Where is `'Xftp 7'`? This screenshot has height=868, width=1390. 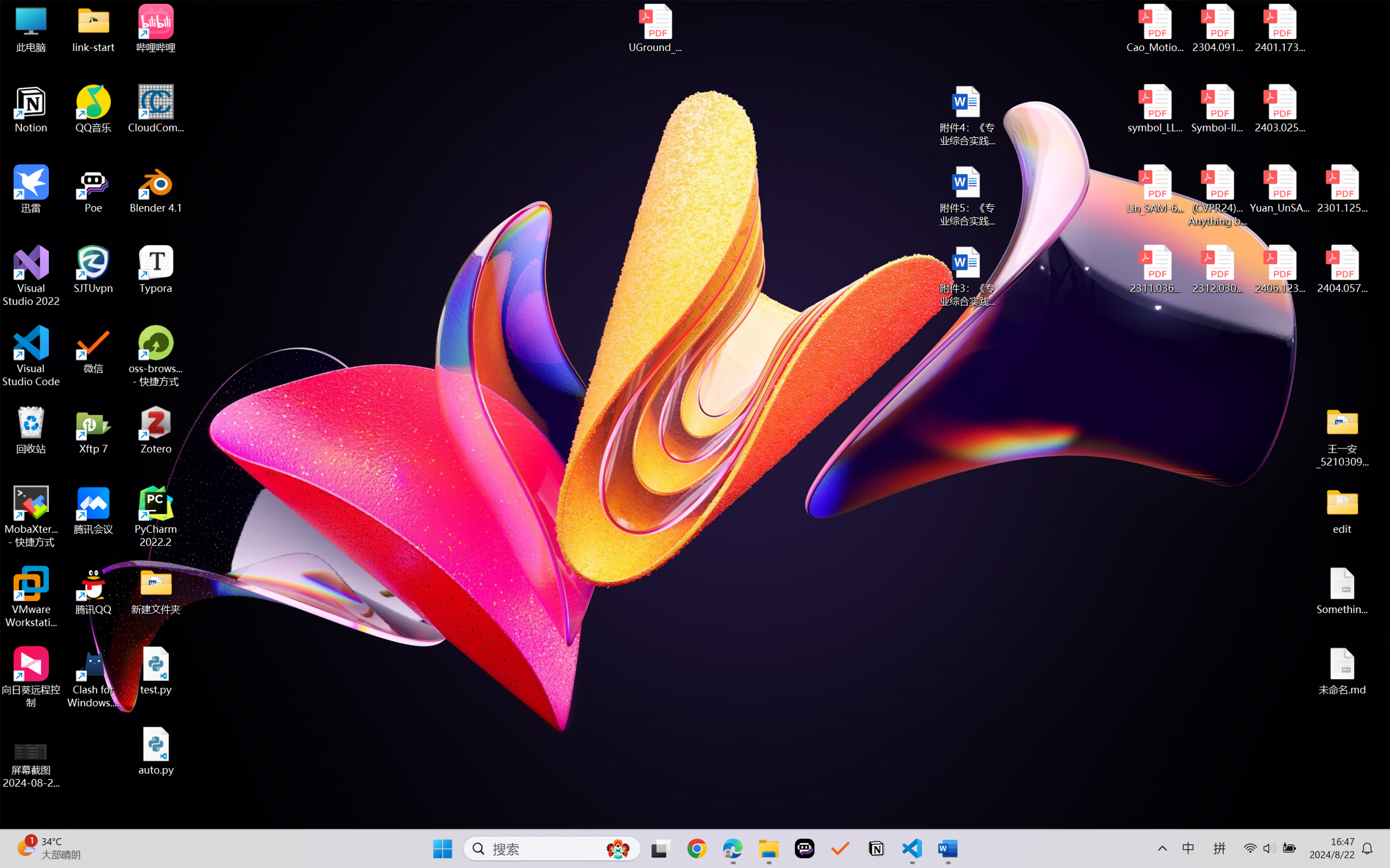 'Xftp 7' is located at coordinates (94, 429).